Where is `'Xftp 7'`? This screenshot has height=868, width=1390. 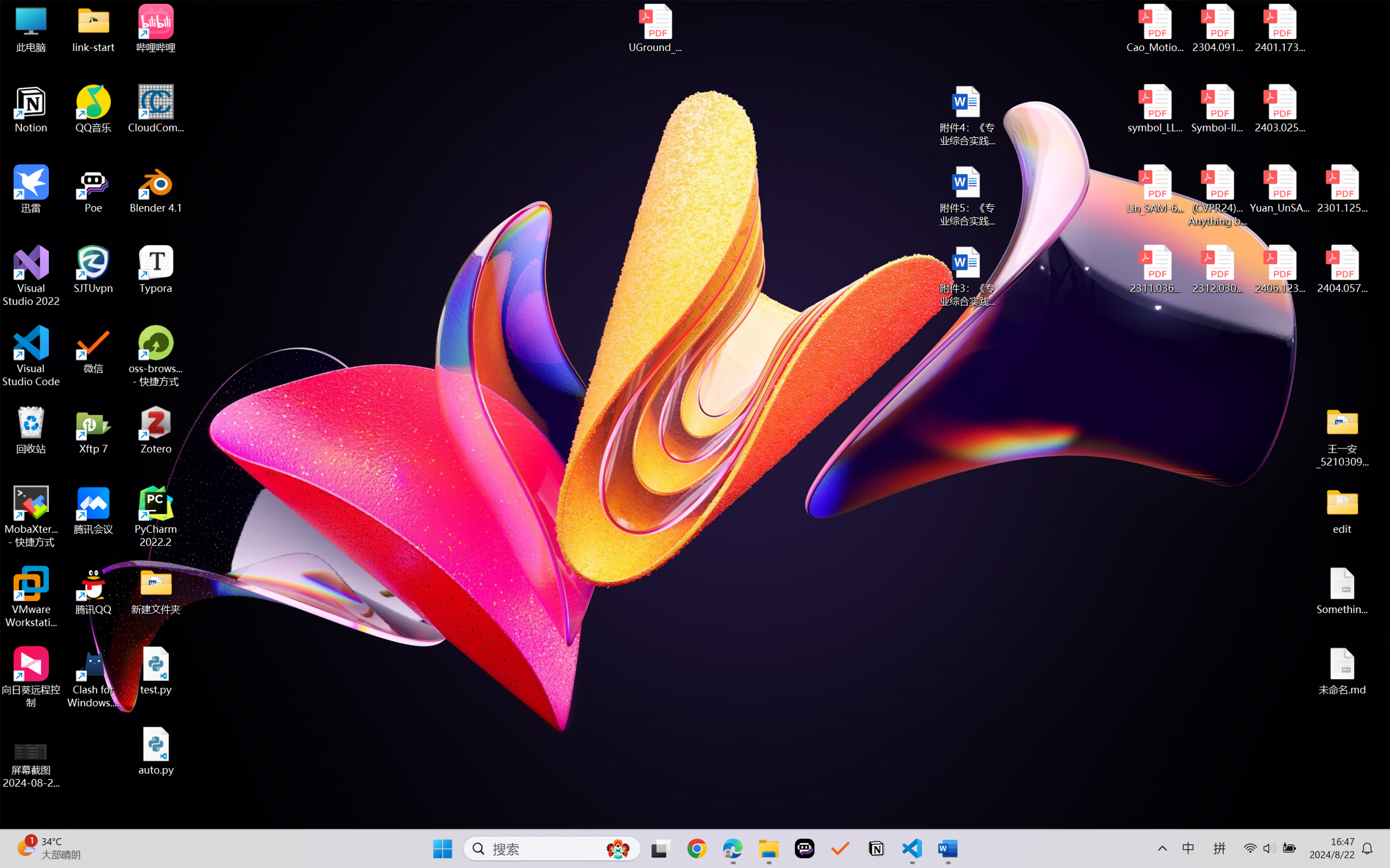 'Xftp 7' is located at coordinates (94, 429).